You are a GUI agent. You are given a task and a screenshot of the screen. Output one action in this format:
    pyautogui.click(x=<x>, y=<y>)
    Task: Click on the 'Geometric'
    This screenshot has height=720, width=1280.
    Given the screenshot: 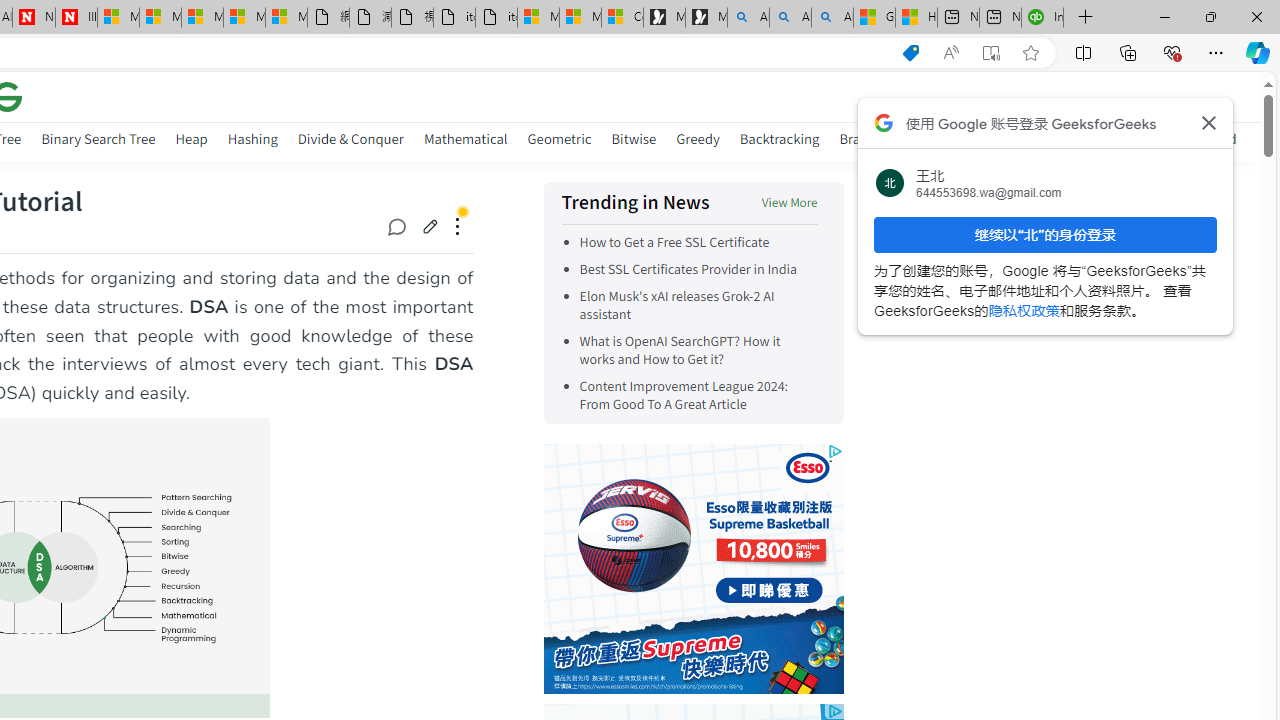 What is the action you would take?
    pyautogui.click(x=559, y=138)
    